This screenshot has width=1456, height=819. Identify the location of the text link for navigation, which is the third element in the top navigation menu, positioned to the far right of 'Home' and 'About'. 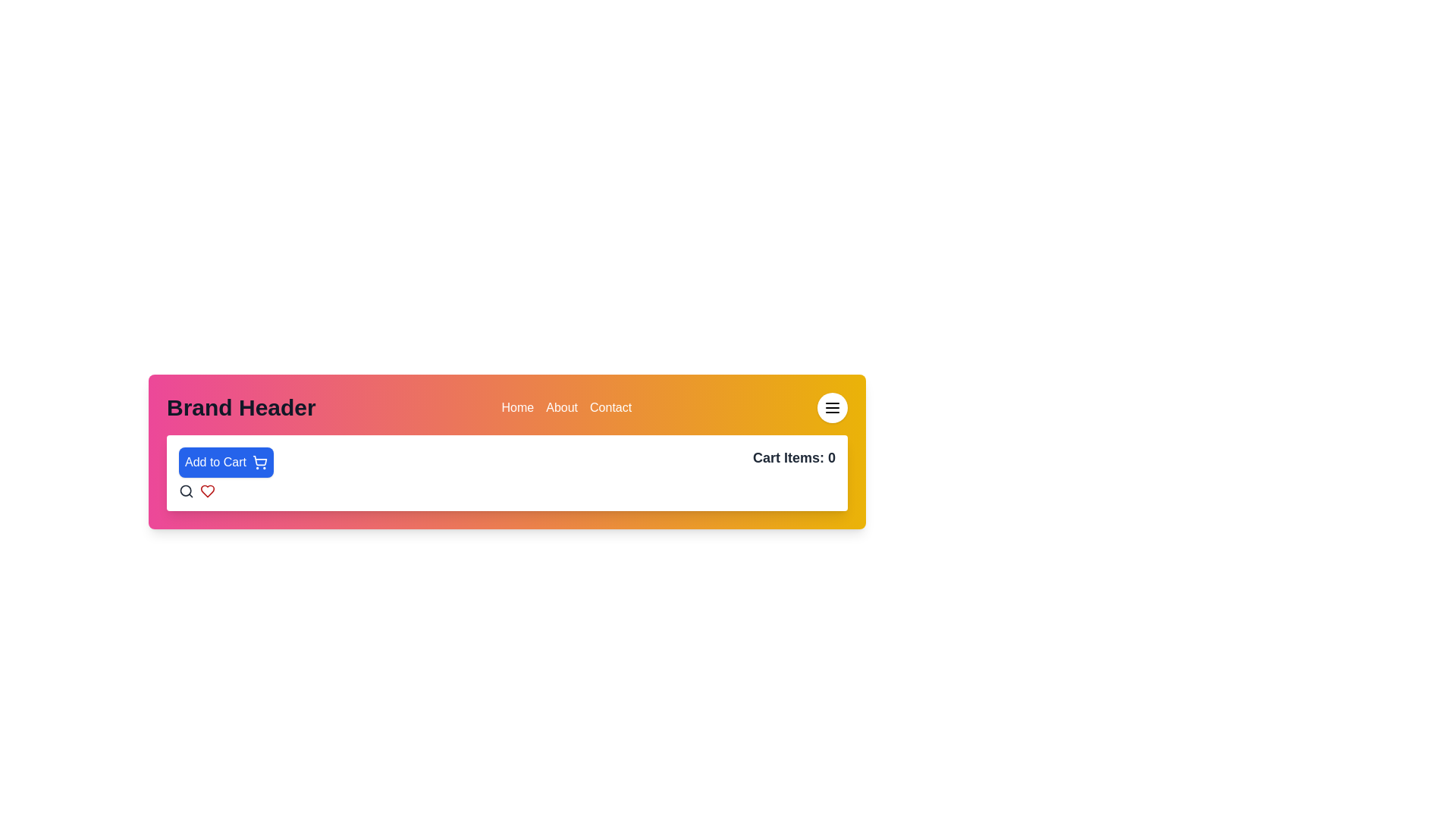
(610, 406).